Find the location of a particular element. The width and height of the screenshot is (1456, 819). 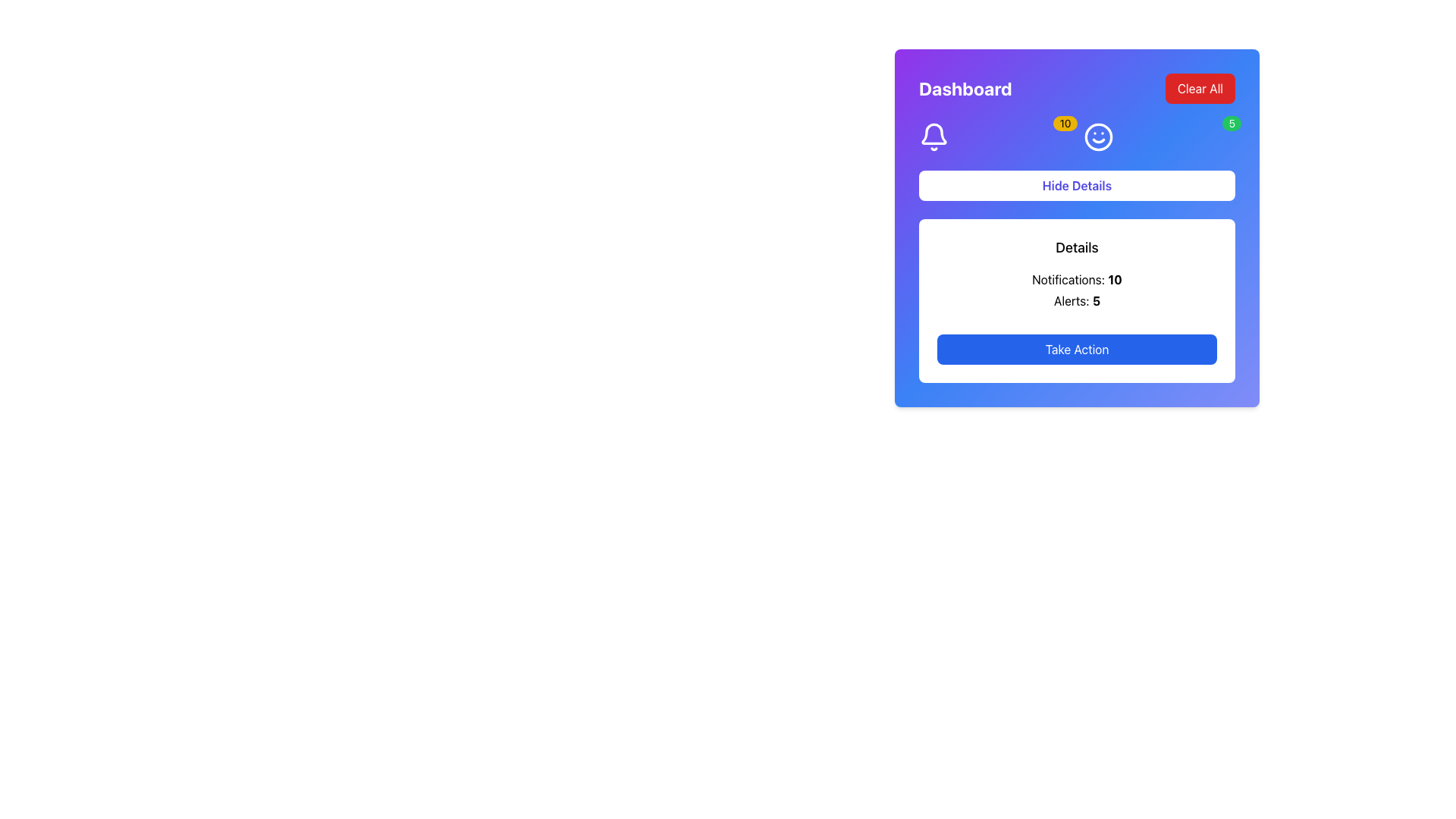

displayed number '10' on the circular badge with a yellow background, positioned at the top-right corner of the notification bell icon is located at coordinates (1065, 122).